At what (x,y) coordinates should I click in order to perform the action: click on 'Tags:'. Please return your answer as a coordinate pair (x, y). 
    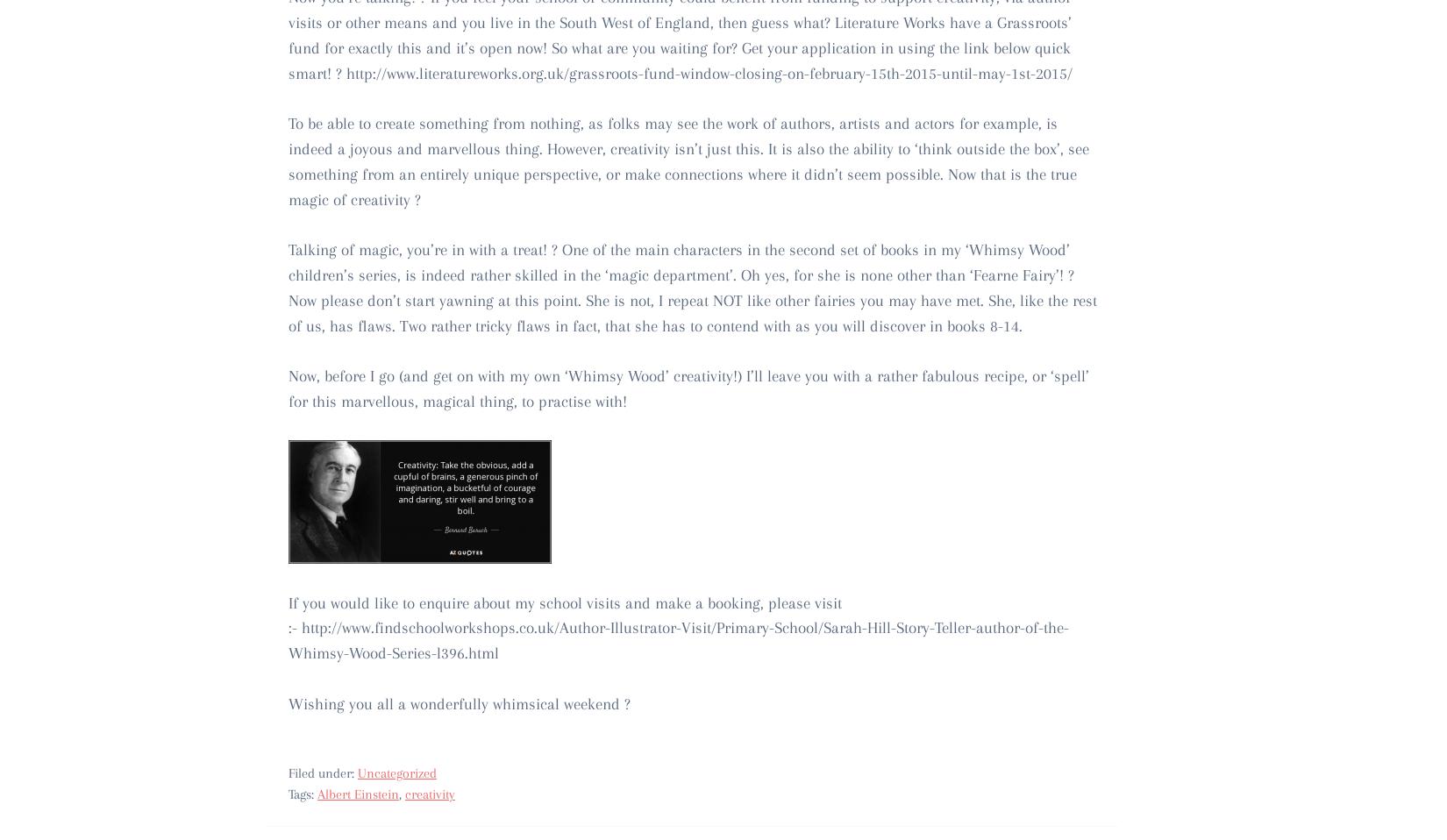
    Looking at the image, I should click on (289, 794).